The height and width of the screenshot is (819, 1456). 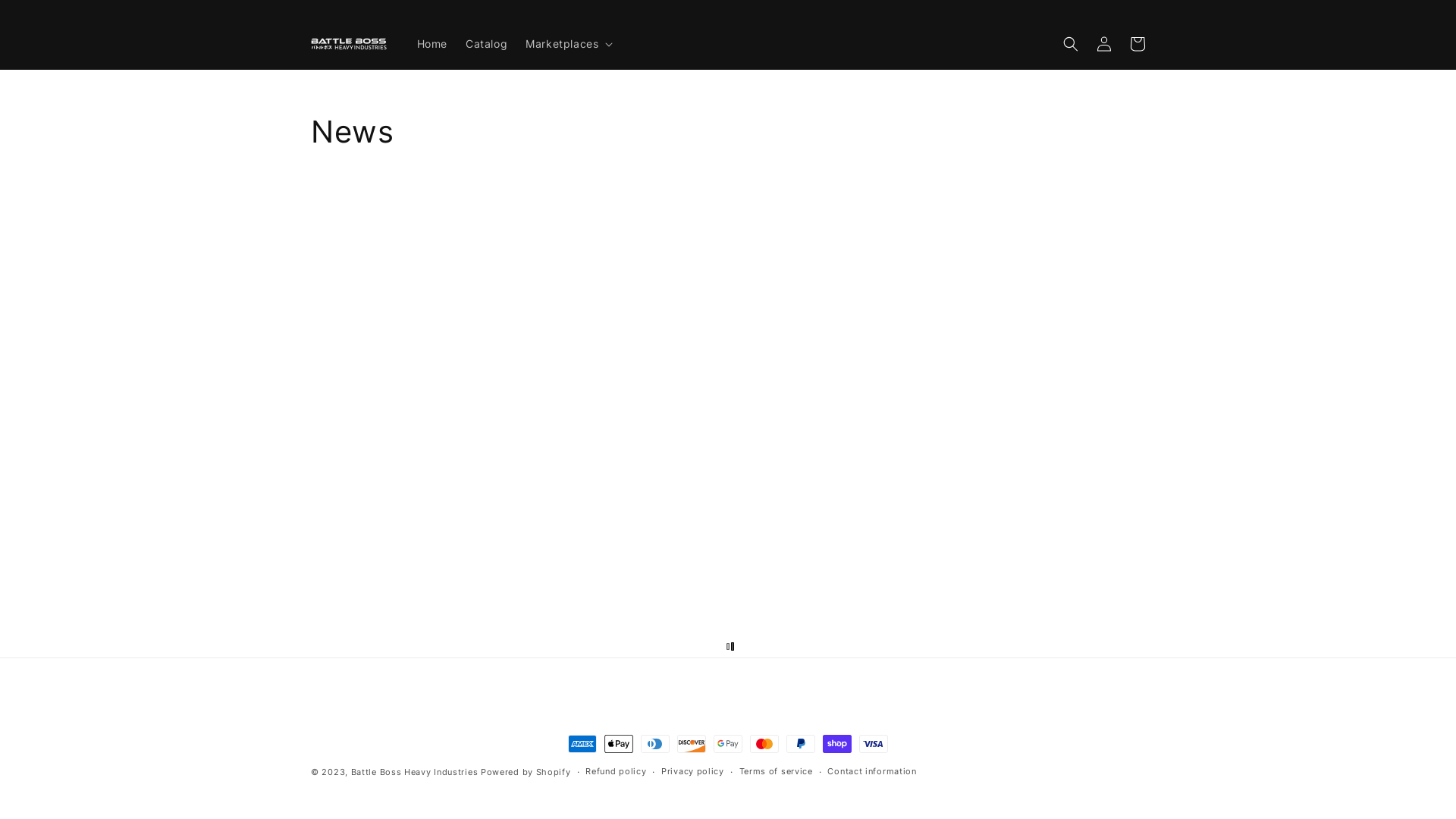 I want to click on 'Privacy policy', so click(x=692, y=771).